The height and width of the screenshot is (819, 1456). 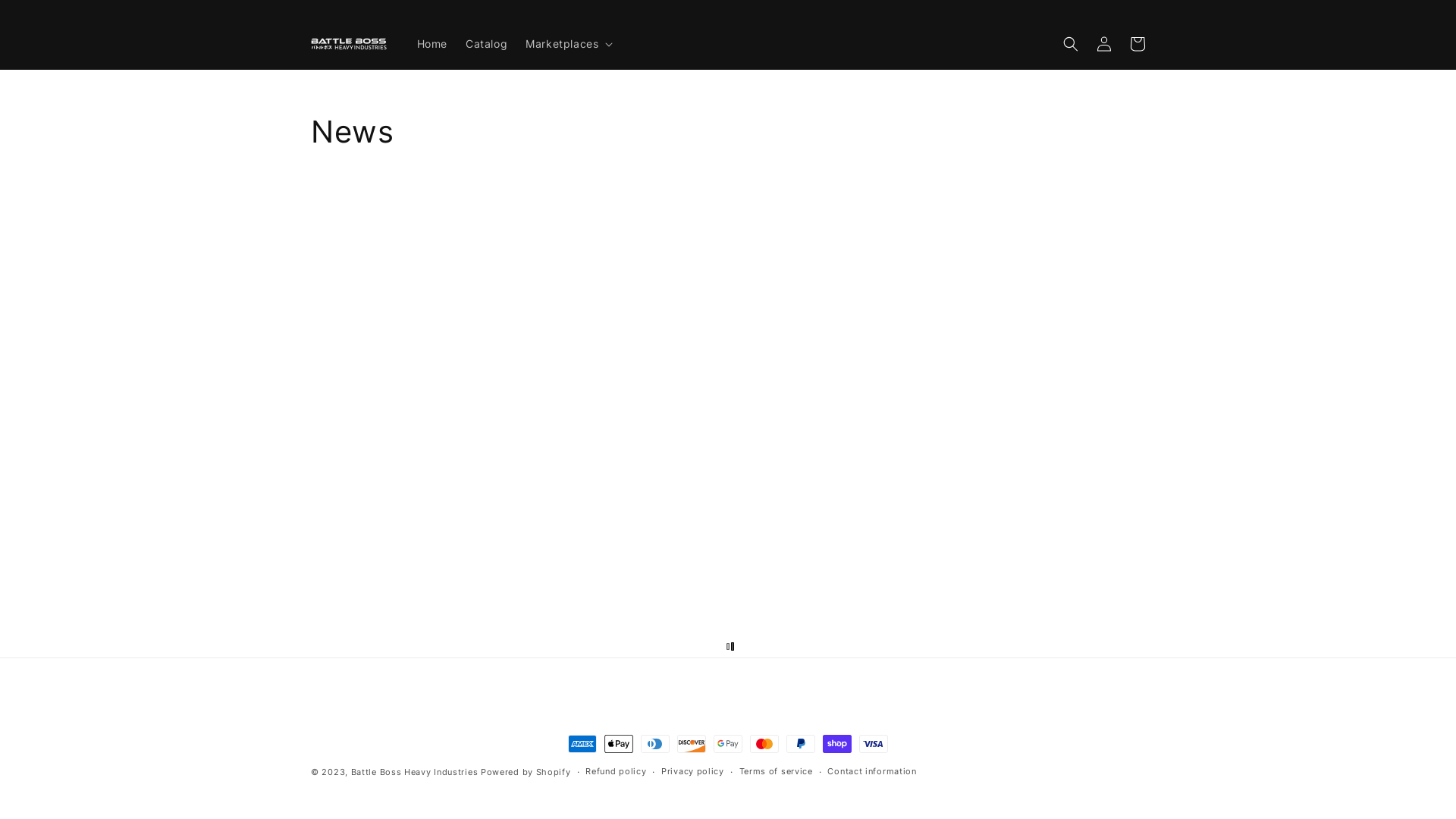 I want to click on 'Privacy policy', so click(x=692, y=771).